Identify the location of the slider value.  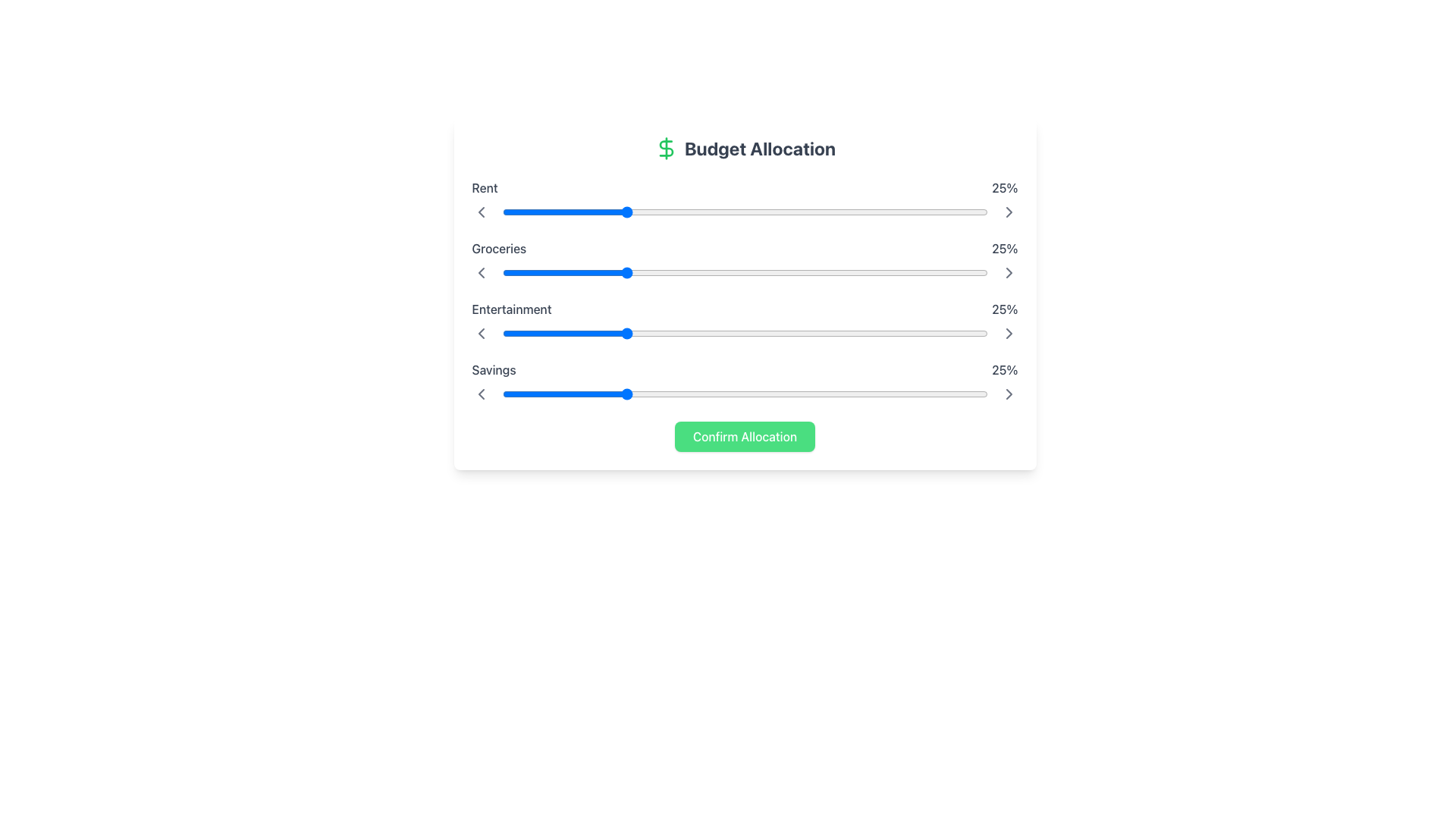
(764, 332).